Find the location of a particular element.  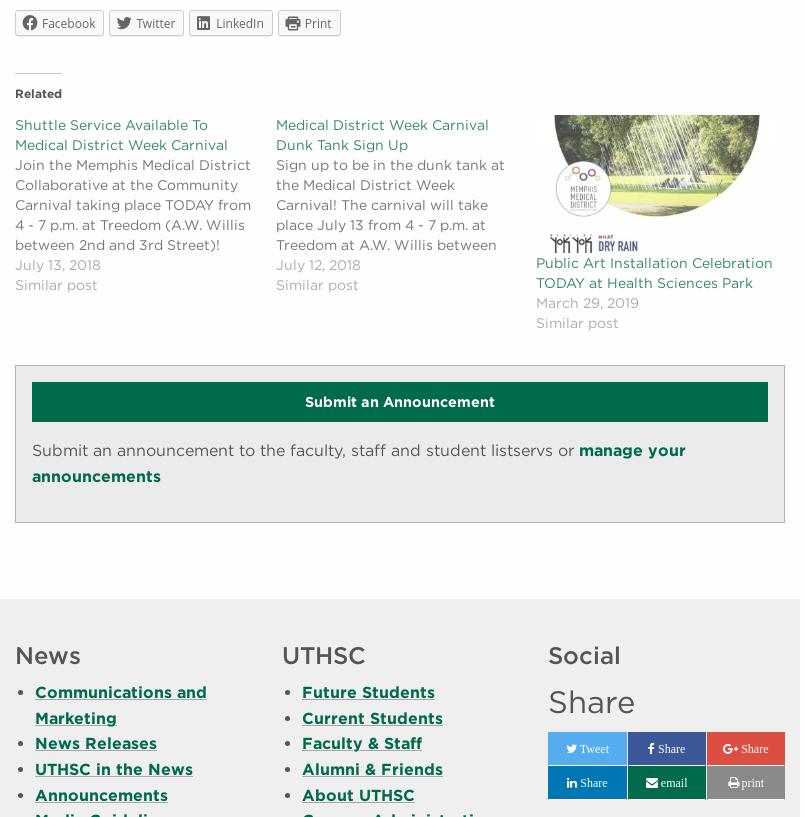

'News Releases' is located at coordinates (35, 743).